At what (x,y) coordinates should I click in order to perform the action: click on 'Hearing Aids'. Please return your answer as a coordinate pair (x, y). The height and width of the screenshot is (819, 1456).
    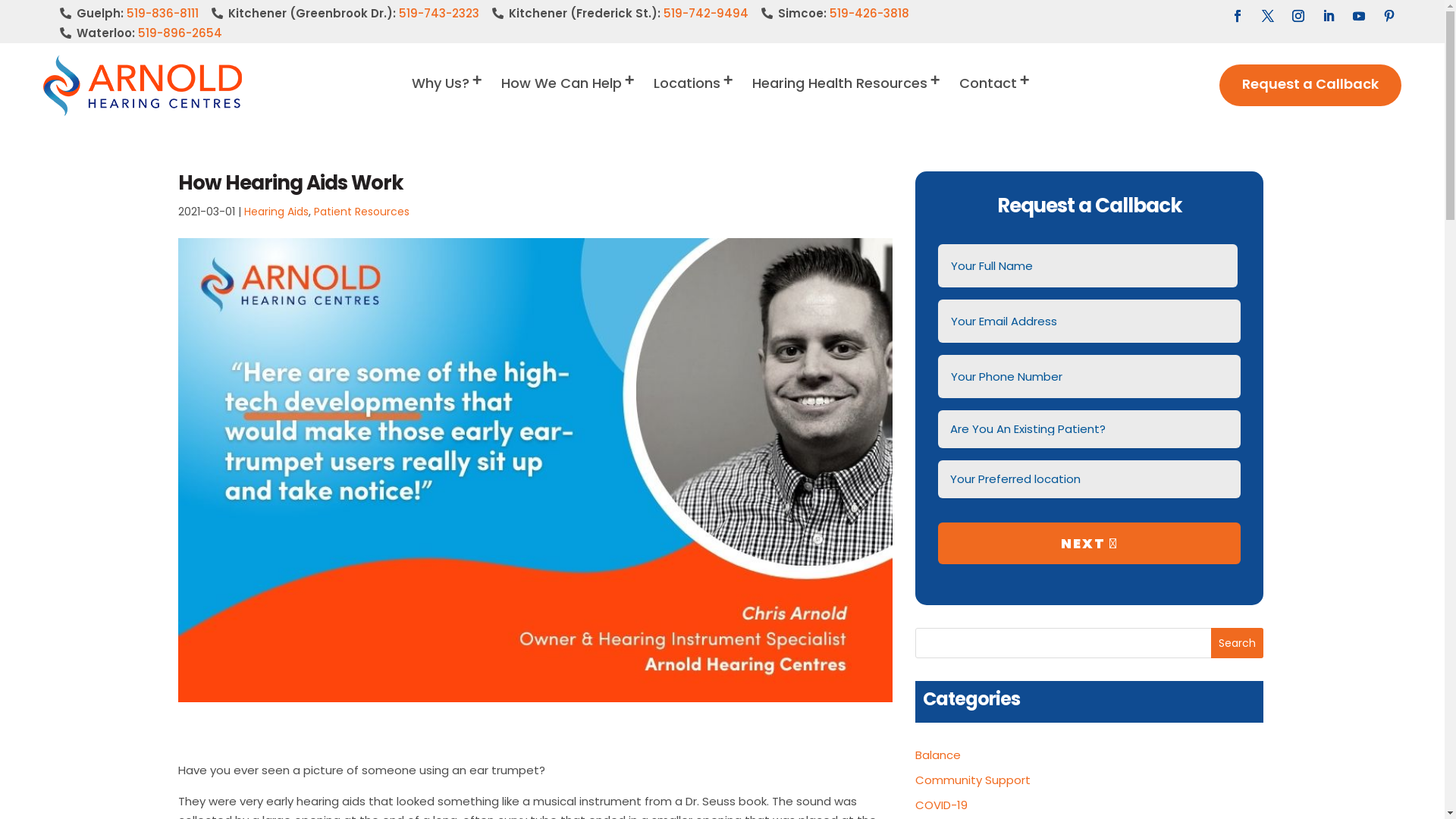
    Looking at the image, I should click on (276, 211).